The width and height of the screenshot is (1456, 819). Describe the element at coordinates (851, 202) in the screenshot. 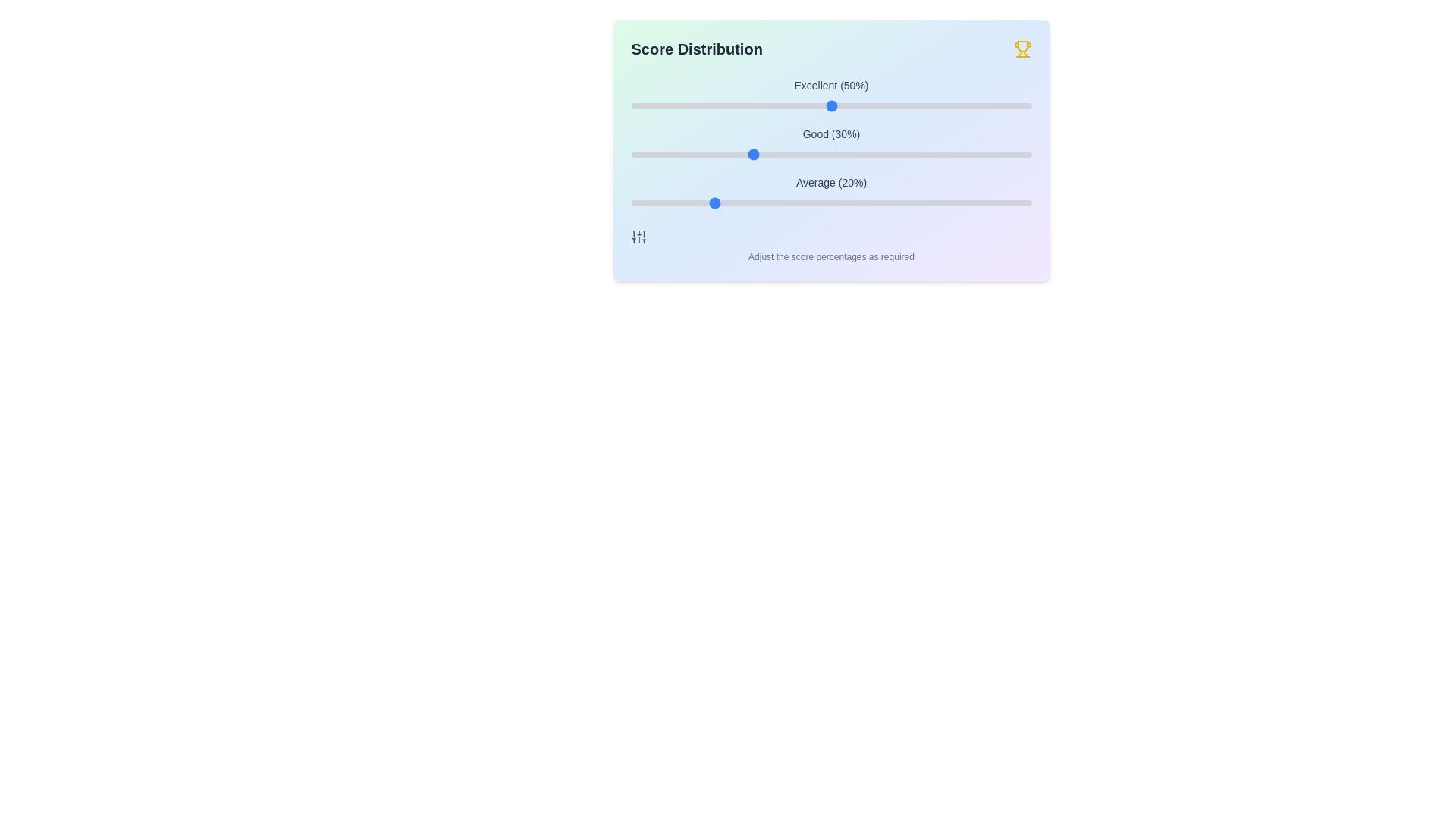

I see `the 'Average' slider to 55%` at that location.